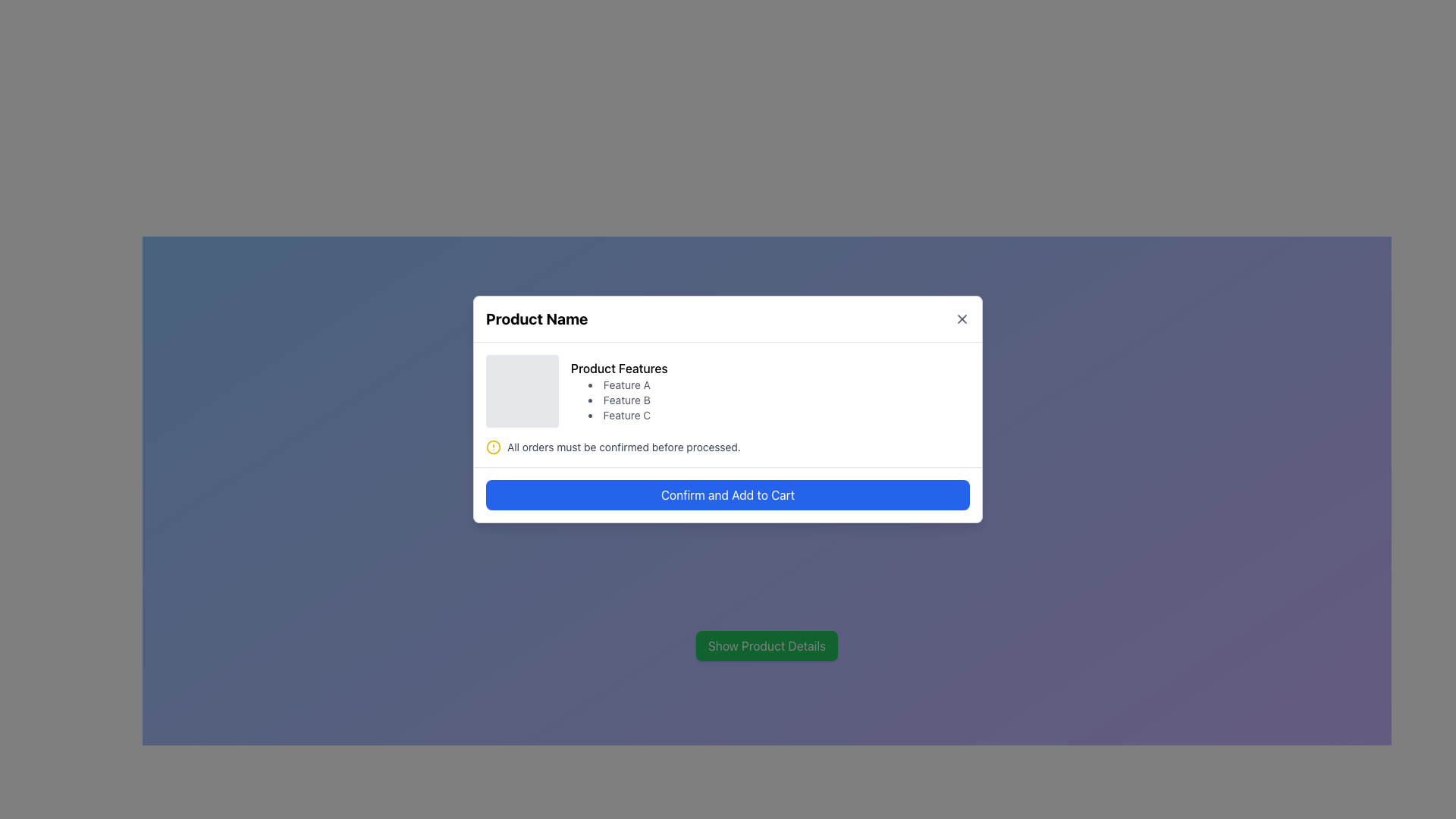 The width and height of the screenshot is (1456, 819). I want to click on the confirmation button located at the bottom of the card labeled 'Product Name', which is positioned below the text 'All orders must be confirmed before processed.', so click(728, 494).